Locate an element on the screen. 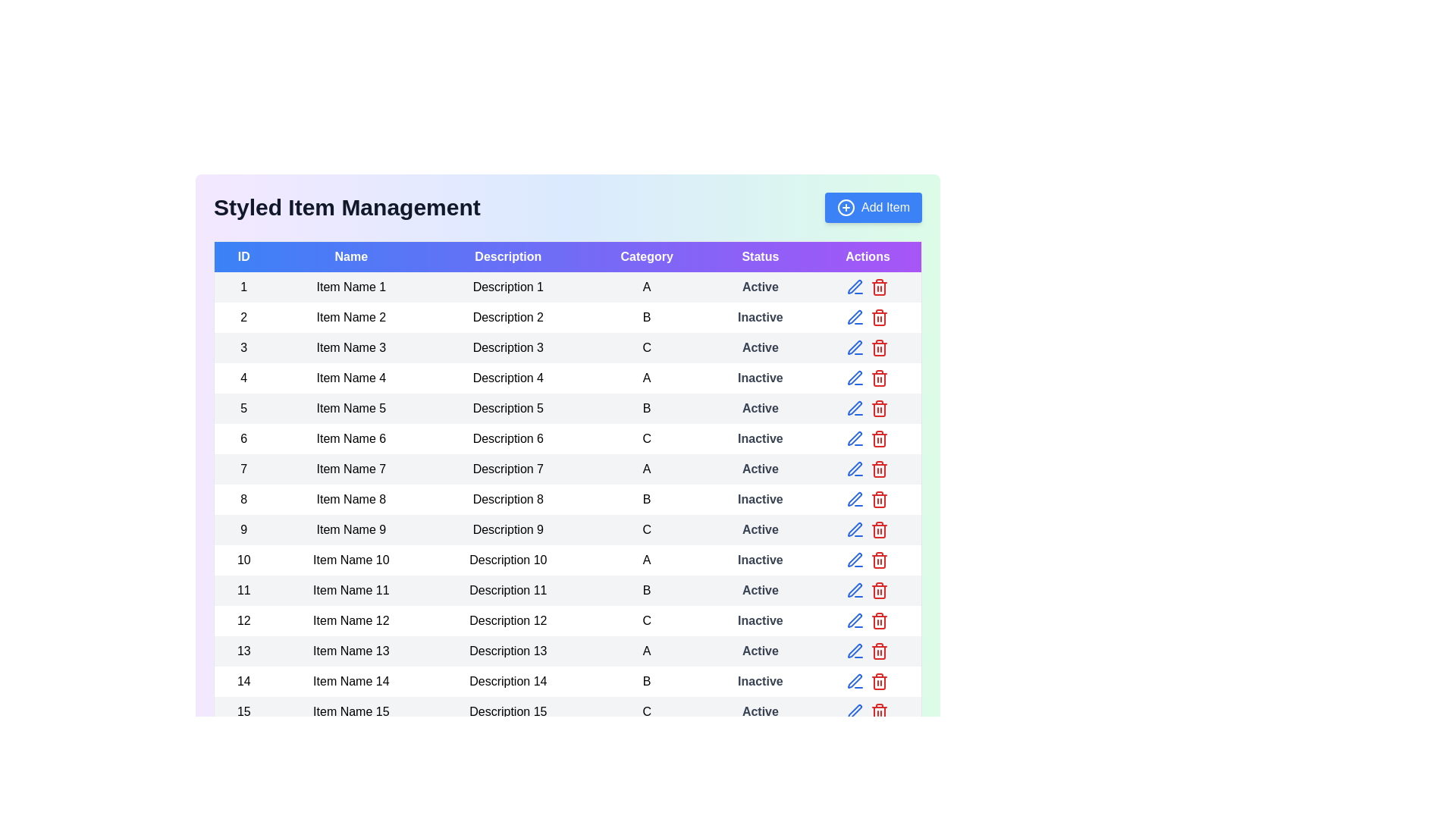 This screenshot has width=1456, height=819. the column header Category to sort the table by that column is located at coordinates (647, 256).